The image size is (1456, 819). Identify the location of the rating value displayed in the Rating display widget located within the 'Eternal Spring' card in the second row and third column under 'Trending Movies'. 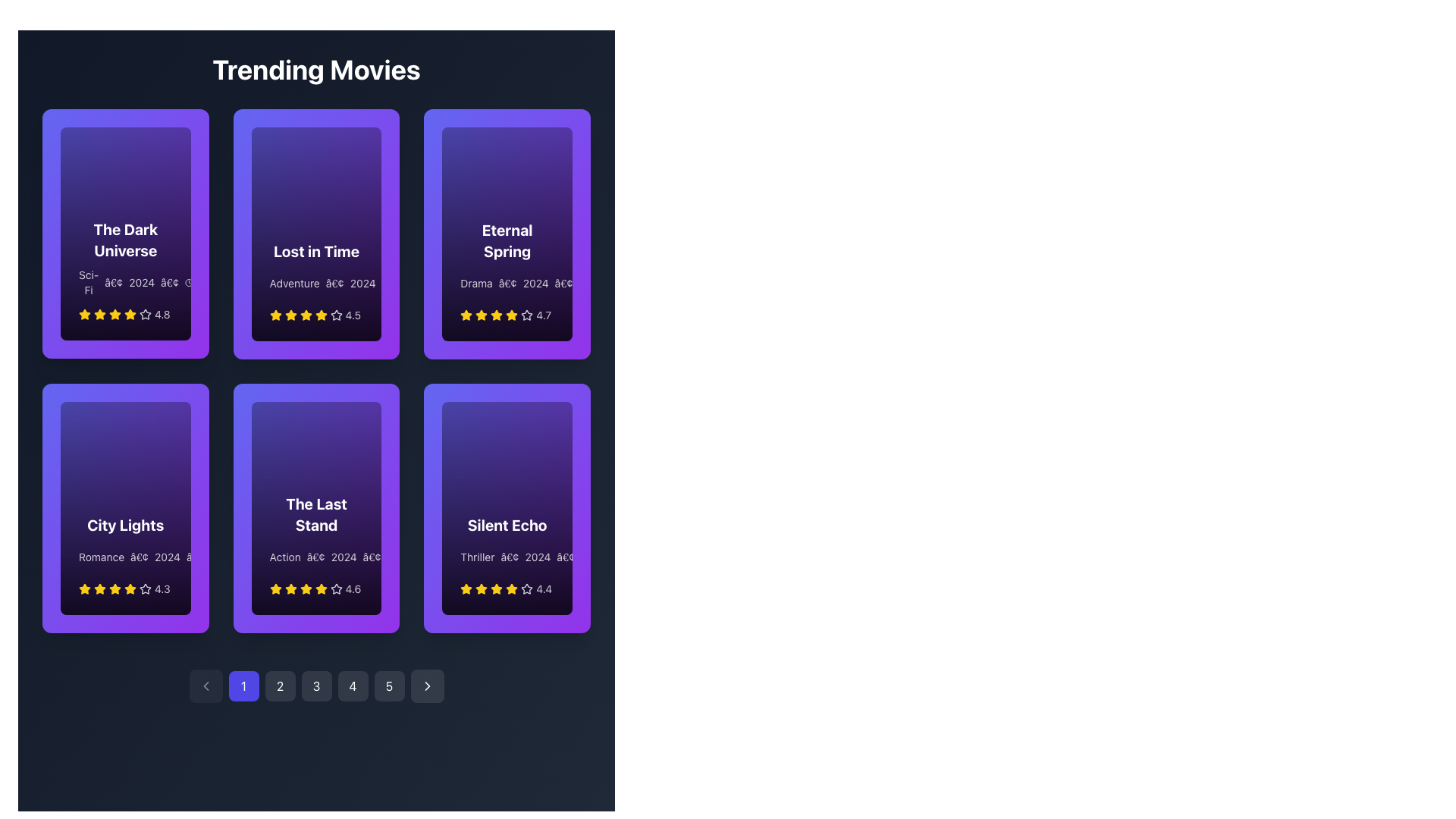
(507, 314).